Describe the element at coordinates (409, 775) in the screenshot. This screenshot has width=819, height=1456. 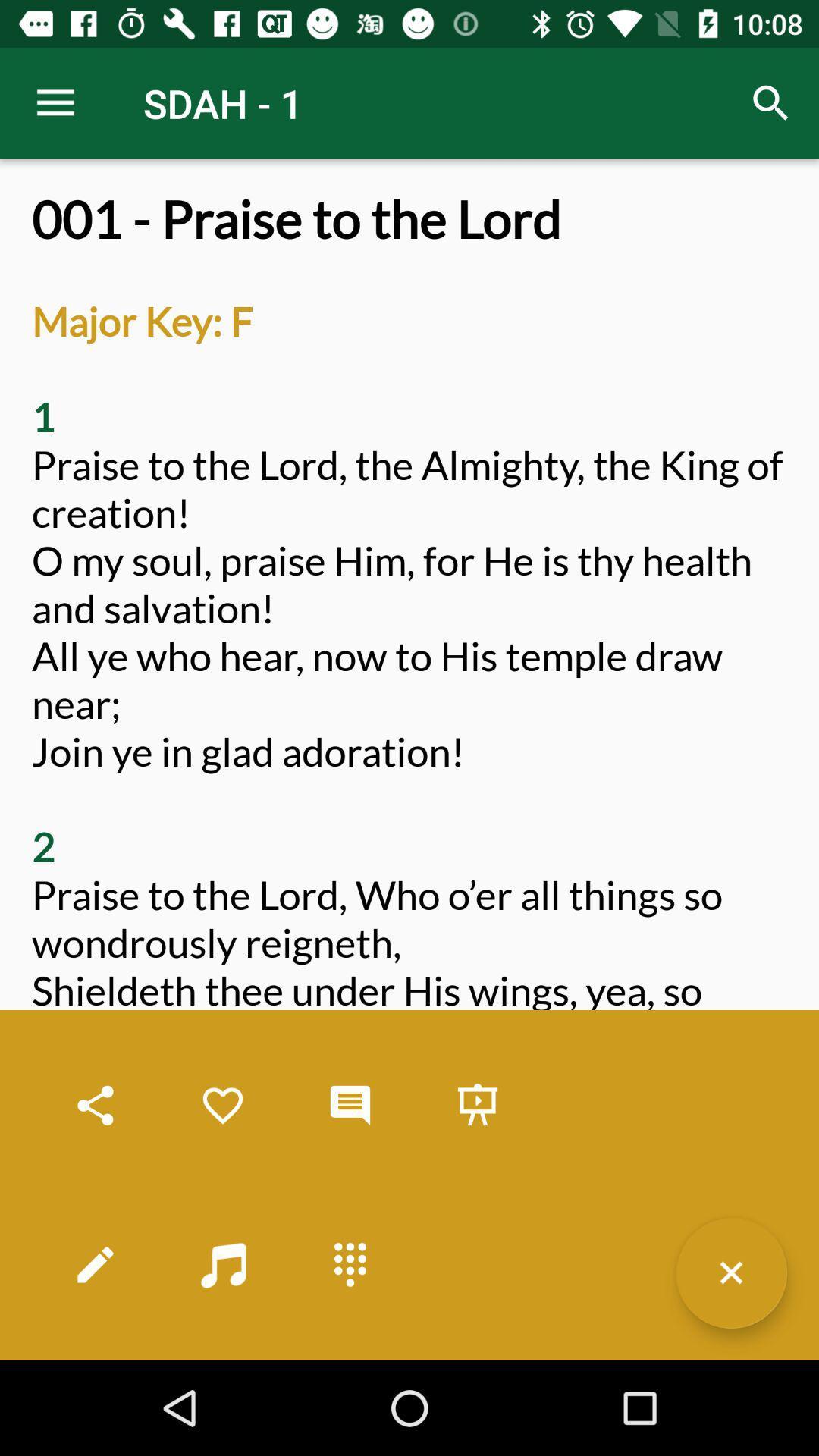
I see `001 praise to item` at that location.